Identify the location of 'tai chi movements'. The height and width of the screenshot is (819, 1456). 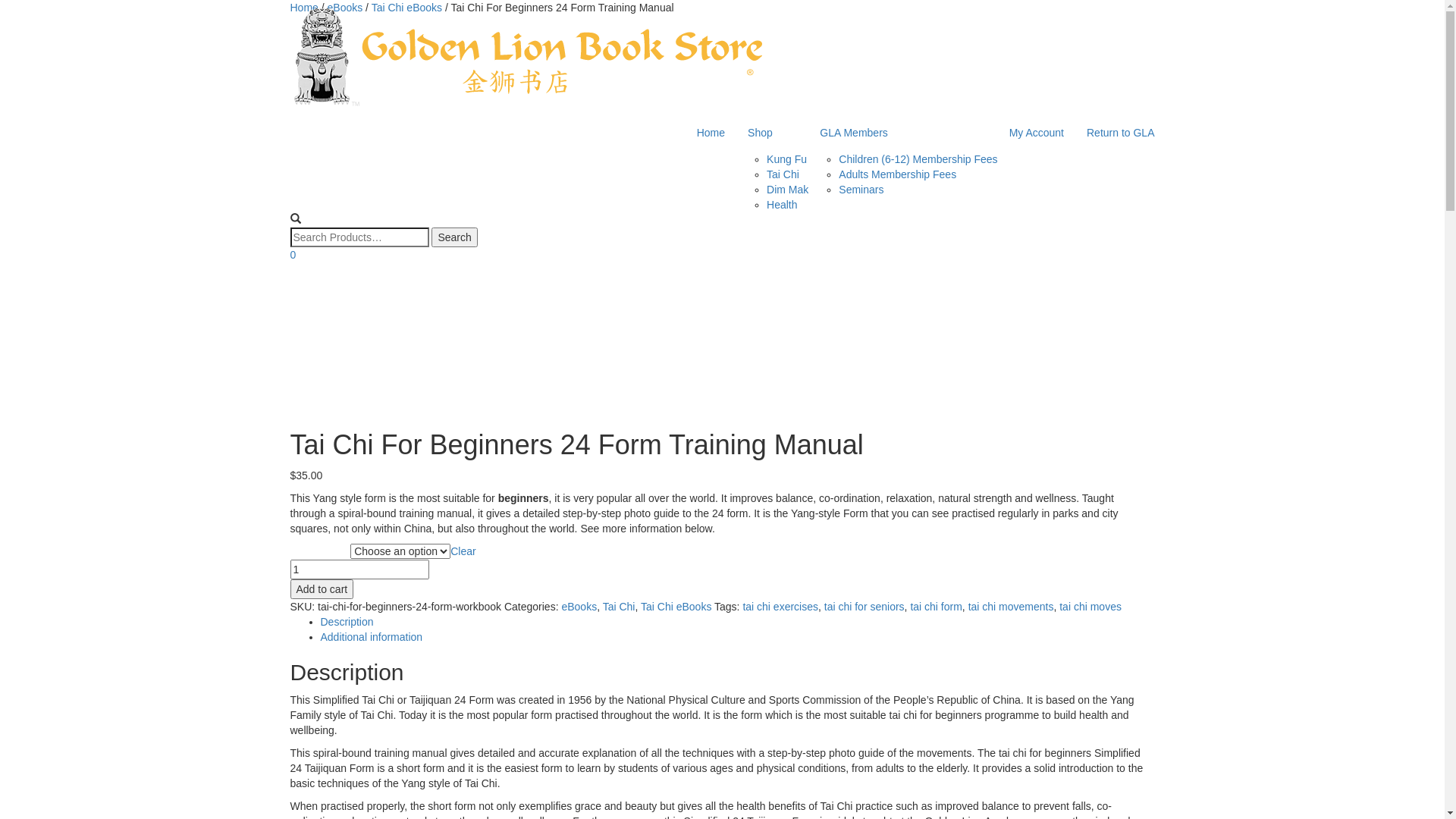
(1011, 605).